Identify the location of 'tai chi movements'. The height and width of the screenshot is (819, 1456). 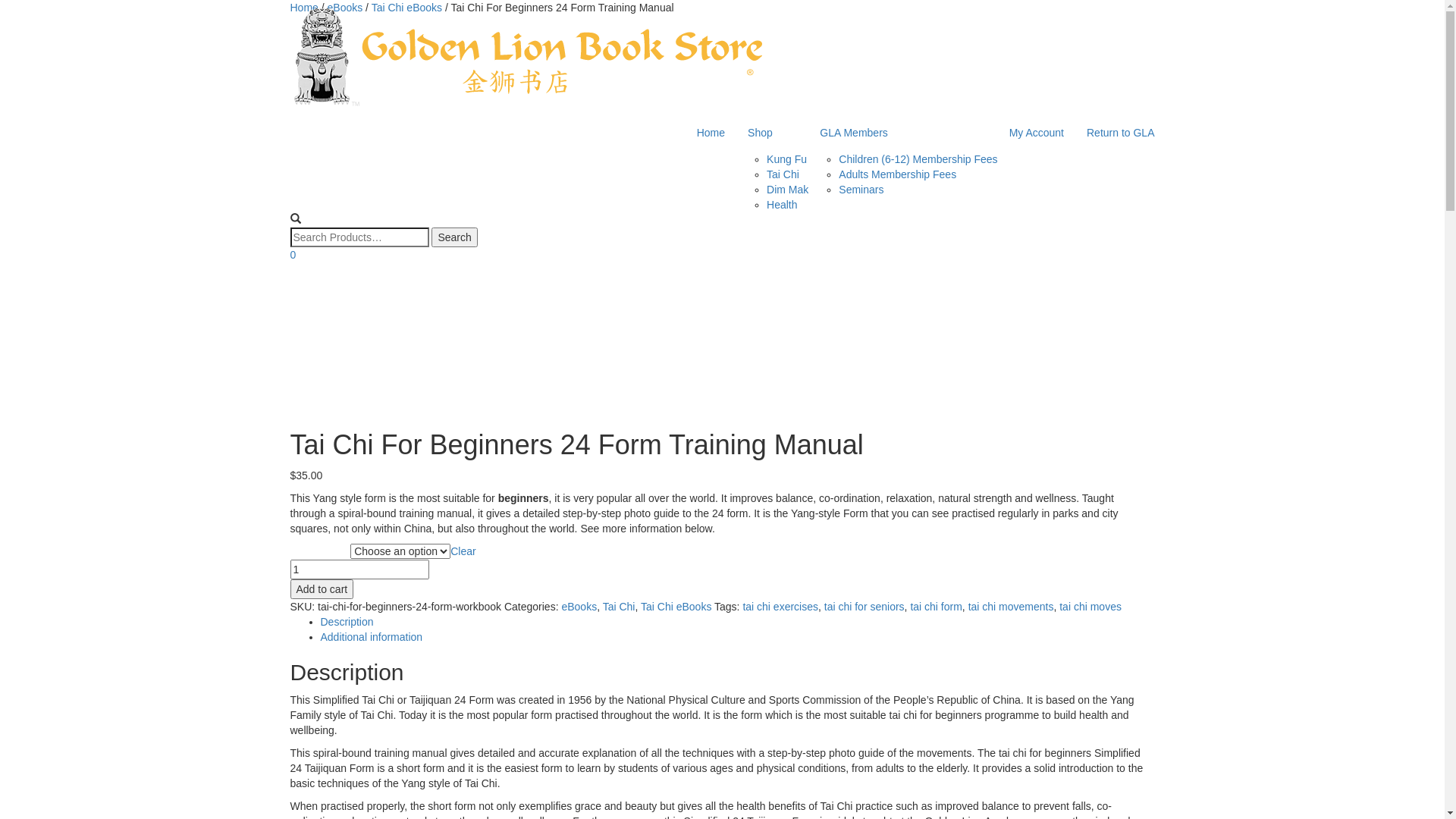
(1011, 605).